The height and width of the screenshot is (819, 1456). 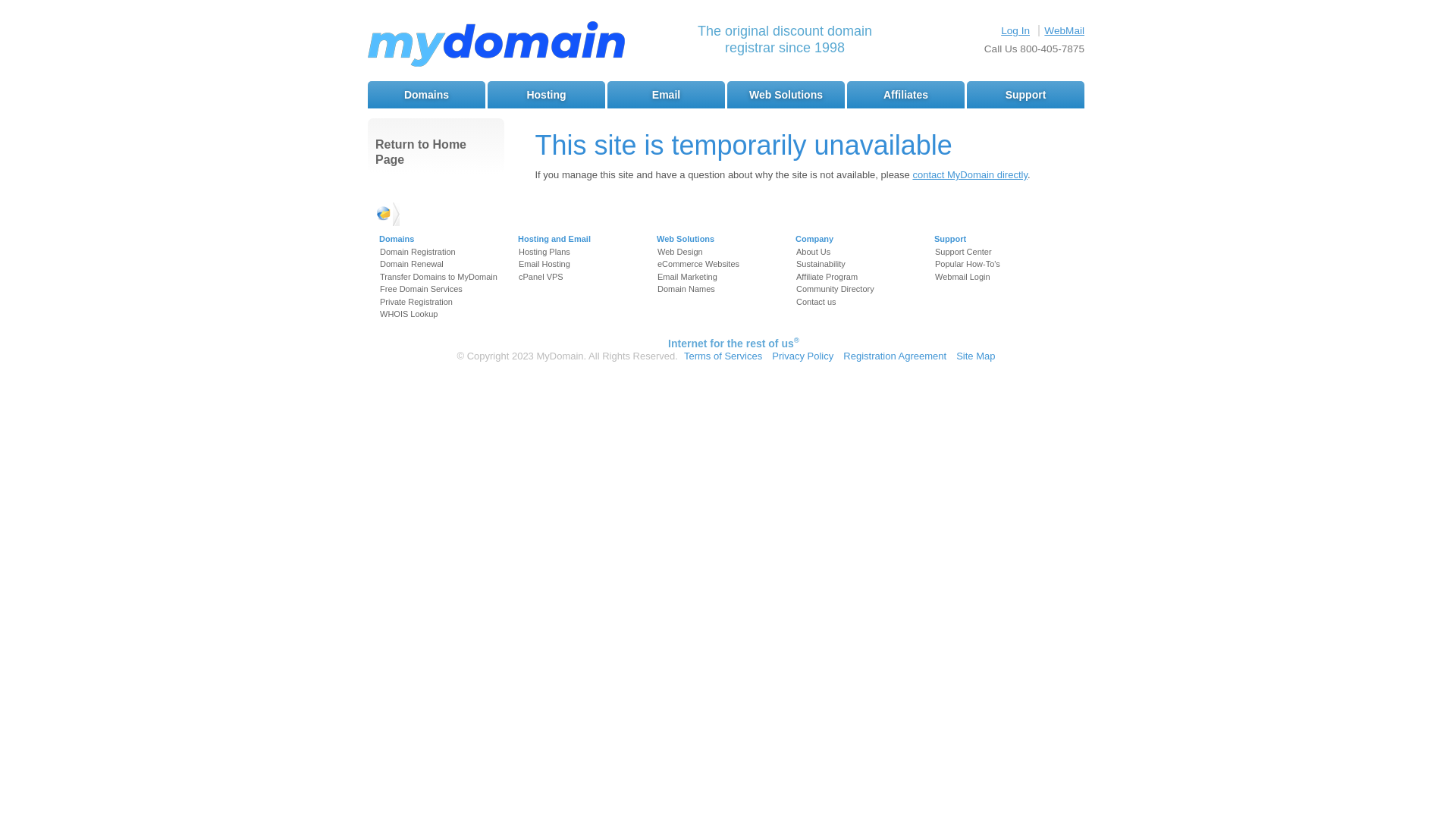 What do you see at coordinates (541, 277) in the screenshot?
I see `'cPanel VPS'` at bounding box center [541, 277].